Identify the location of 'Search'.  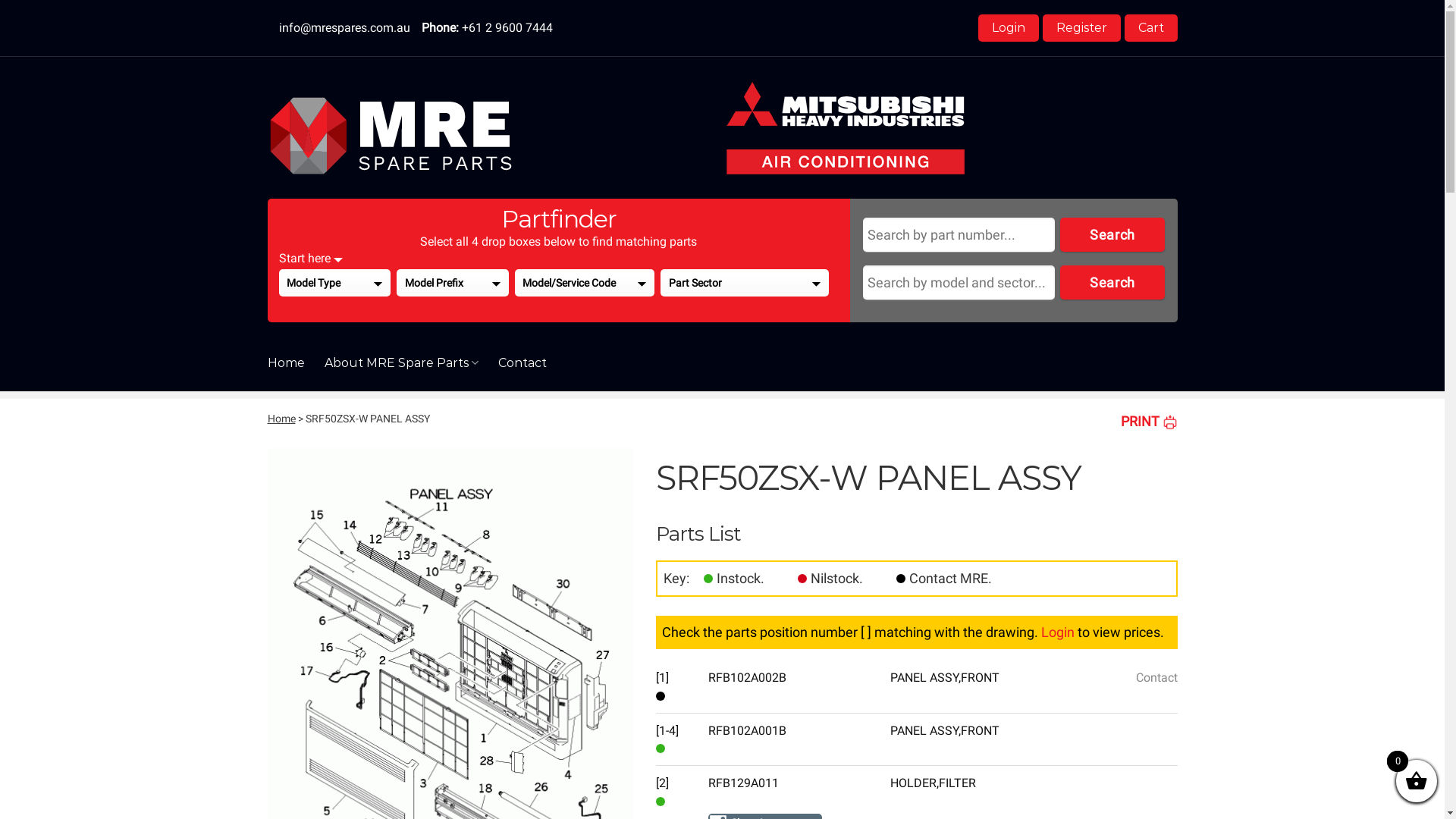
(1059, 282).